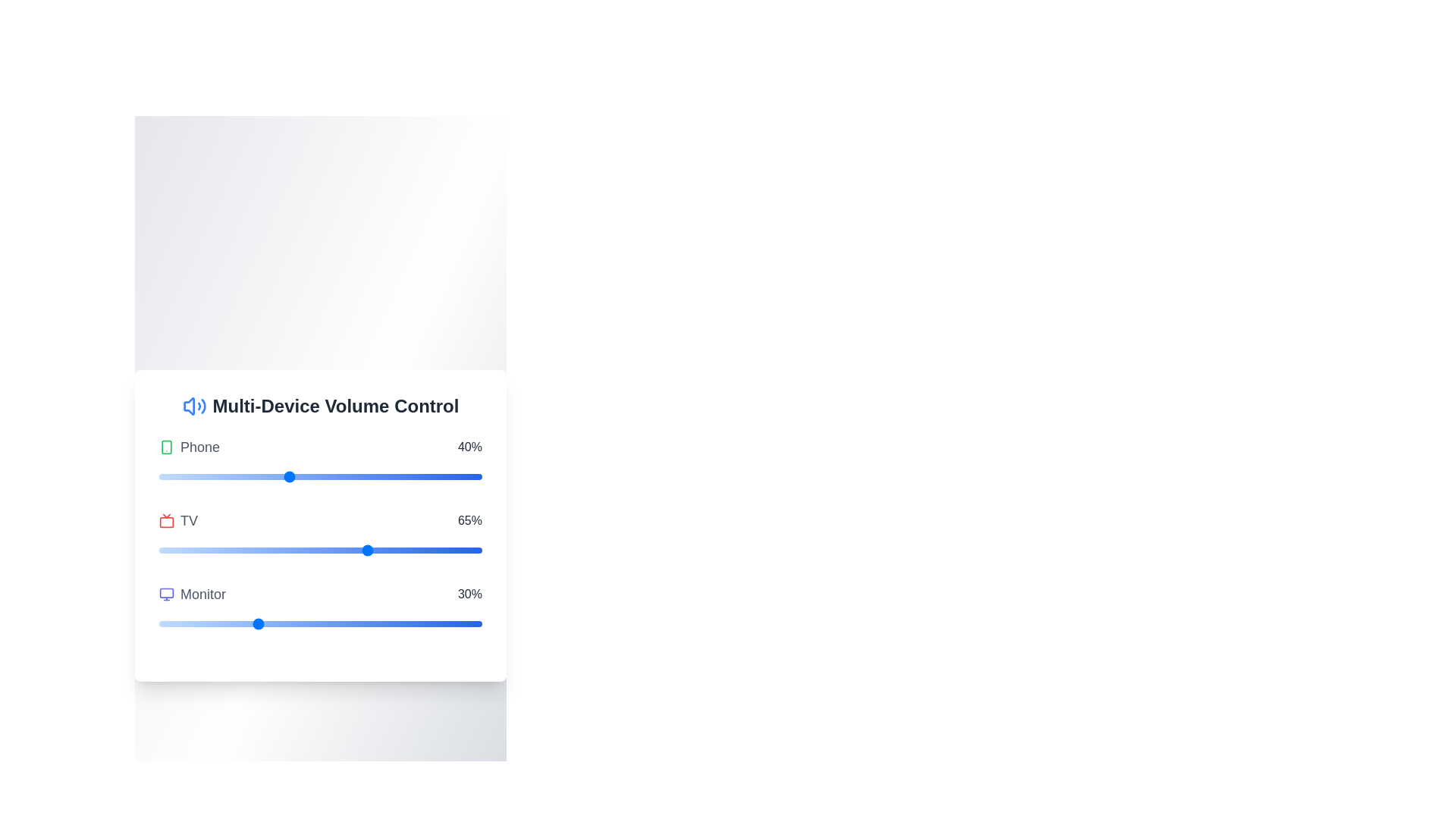  Describe the element at coordinates (319, 550) in the screenshot. I see `the horizontal slider with a blue gradient bar and a circular control, positioned between the label 'TV' and the text '65%', to receive interactive feedback` at that location.